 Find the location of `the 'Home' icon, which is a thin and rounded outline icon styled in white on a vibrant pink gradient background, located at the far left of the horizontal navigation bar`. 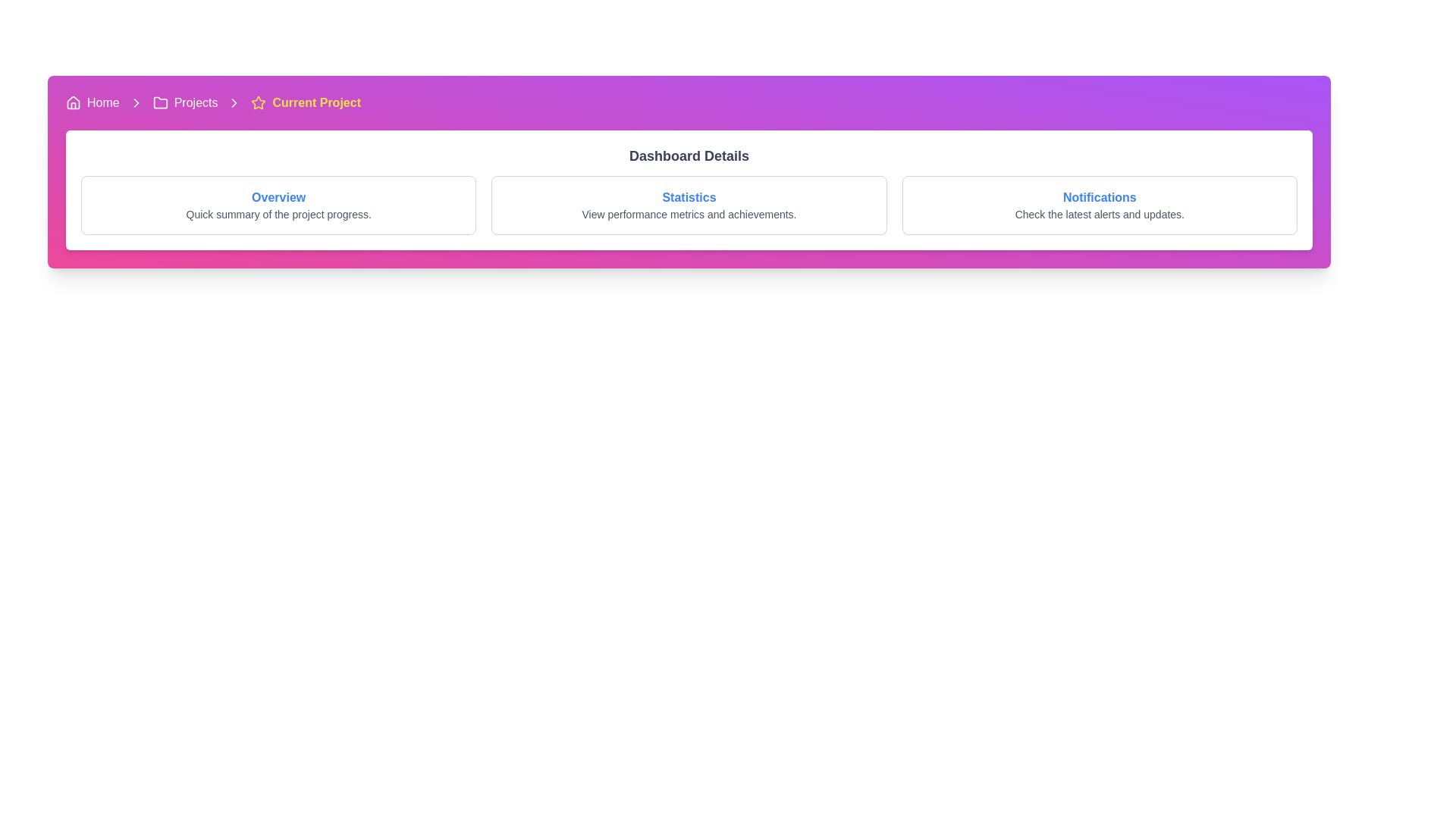

the 'Home' icon, which is a thin and rounded outline icon styled in white on a vibrant pink gradient background, located at the far left of the horizontal navigation bar is located at coordinates (72, 102).